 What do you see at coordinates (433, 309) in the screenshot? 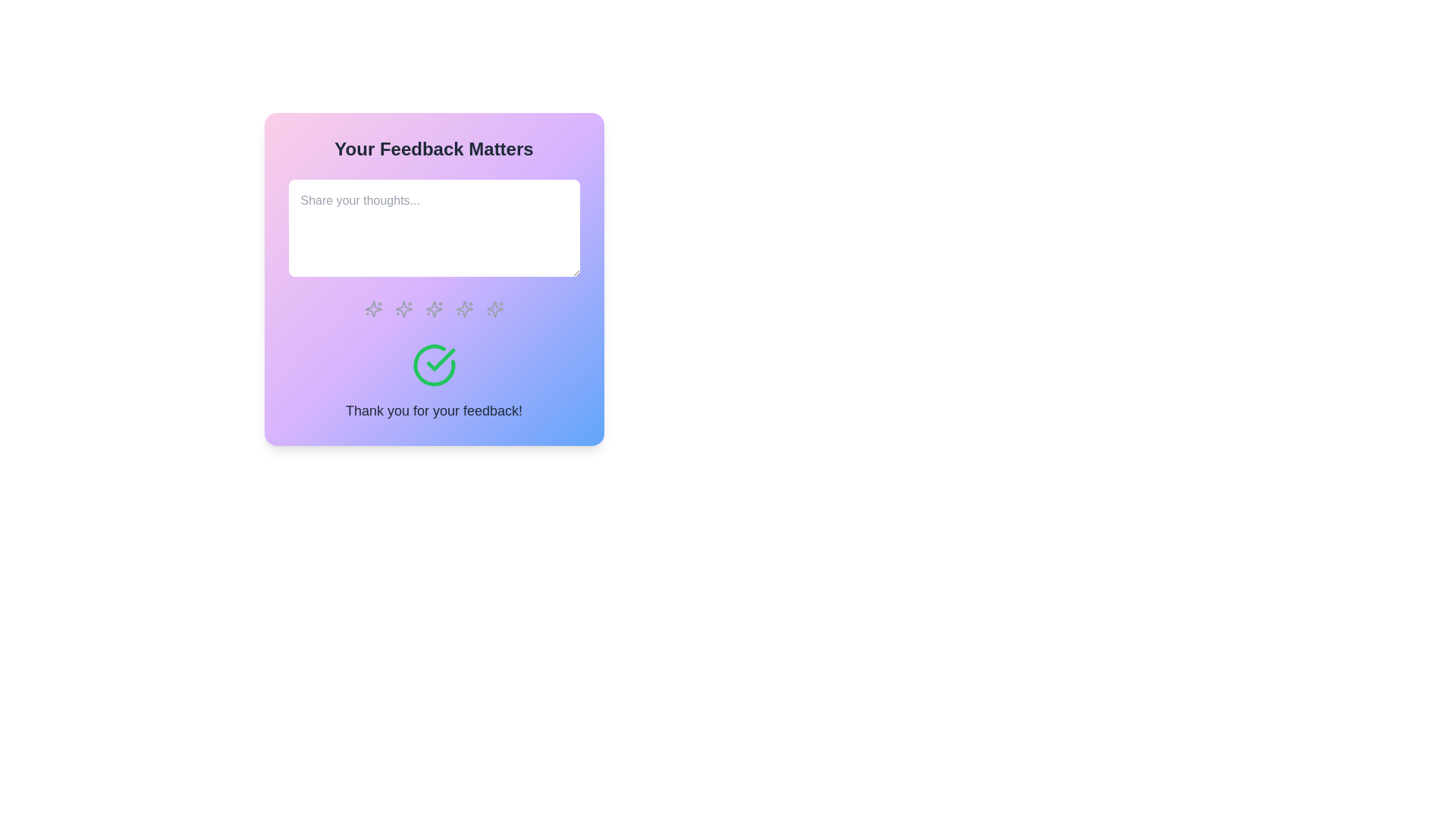
I see `the SVG sparkle icon, which is the middle icon in a row of similar icons located directly below the text input field` at bounding box center [433, 309].